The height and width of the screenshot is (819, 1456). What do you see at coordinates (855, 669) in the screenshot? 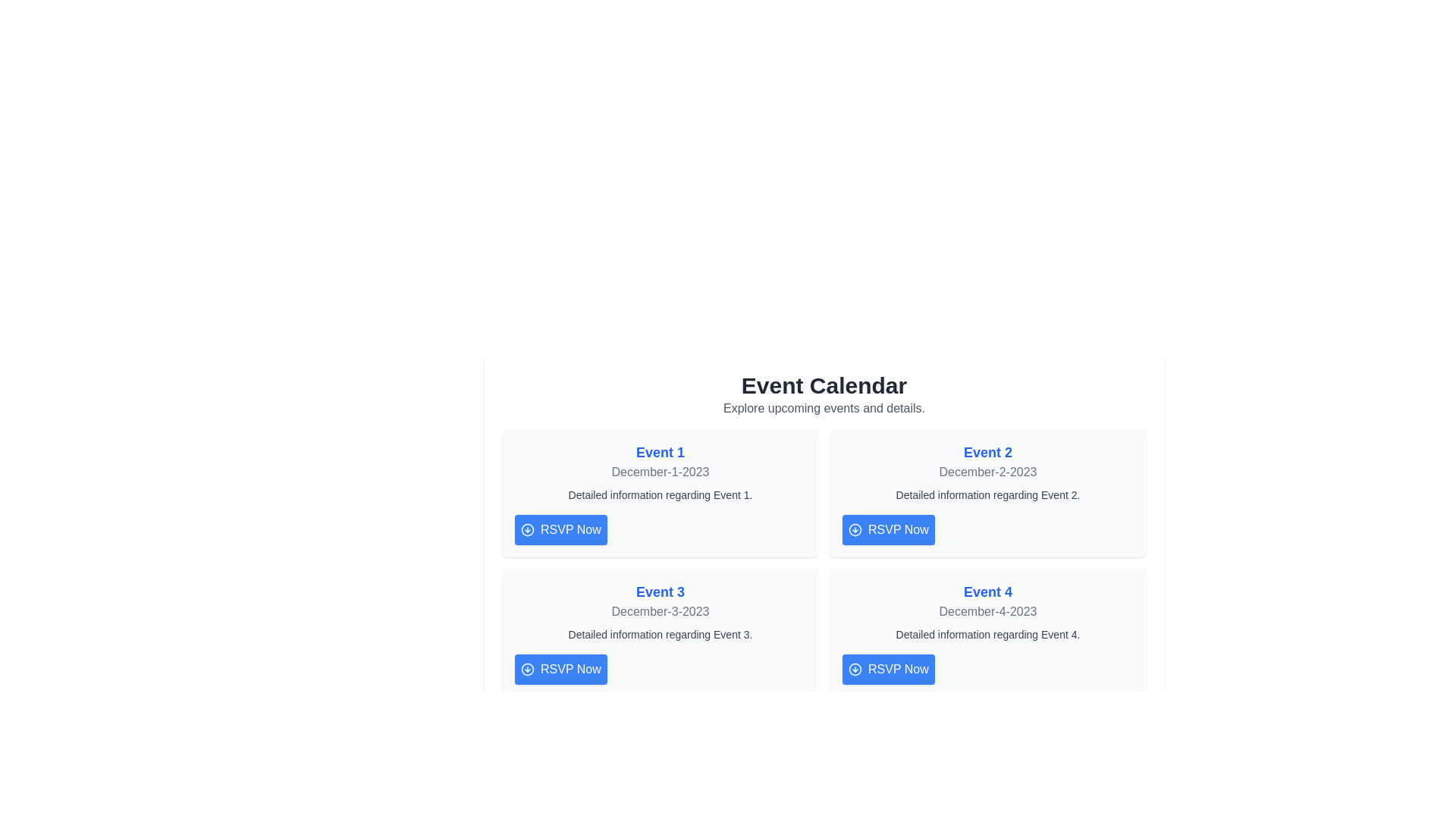
I see `the SVG-based icon within the 'RSVP Now' button located at the bottom-right section of the layout for 'Event 4'` at bounding box center [855, 669].